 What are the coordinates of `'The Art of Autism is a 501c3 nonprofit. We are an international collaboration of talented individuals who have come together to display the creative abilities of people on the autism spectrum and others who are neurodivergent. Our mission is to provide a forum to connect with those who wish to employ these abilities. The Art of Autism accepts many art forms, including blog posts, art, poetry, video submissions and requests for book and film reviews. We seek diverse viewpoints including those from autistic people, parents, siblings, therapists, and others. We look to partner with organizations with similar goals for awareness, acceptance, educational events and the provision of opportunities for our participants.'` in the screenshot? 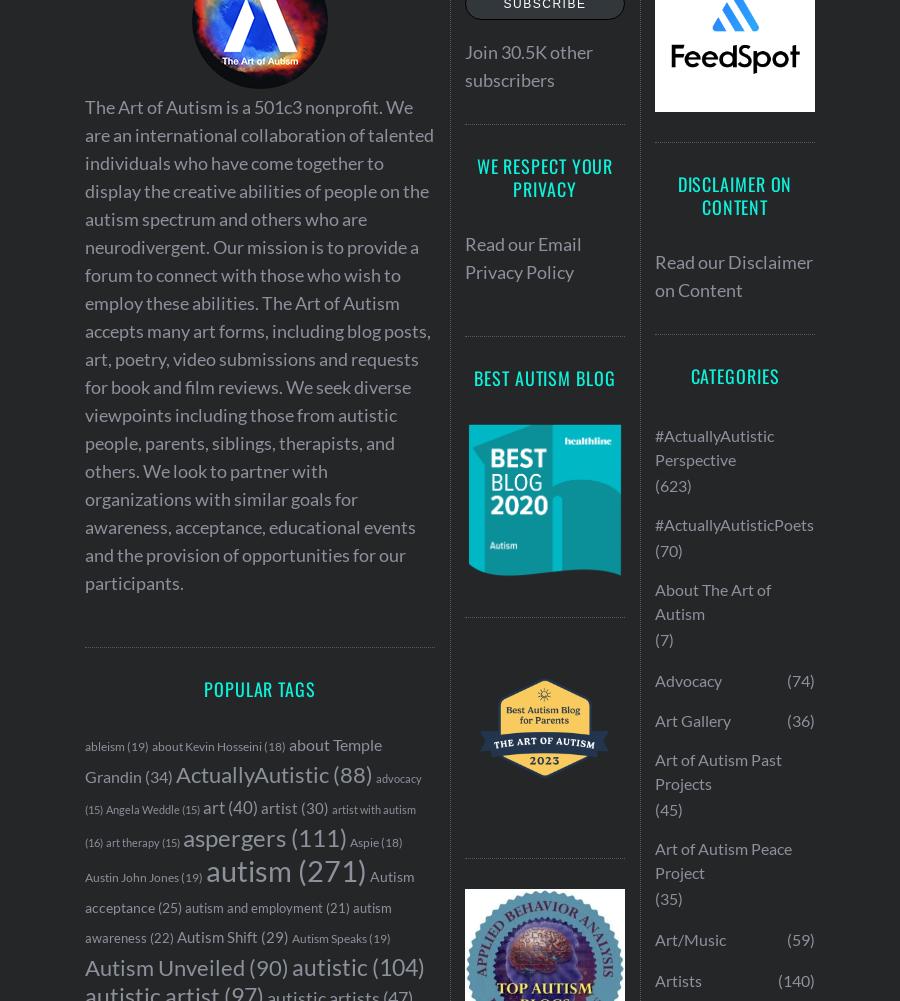 It's located at (258, 344).